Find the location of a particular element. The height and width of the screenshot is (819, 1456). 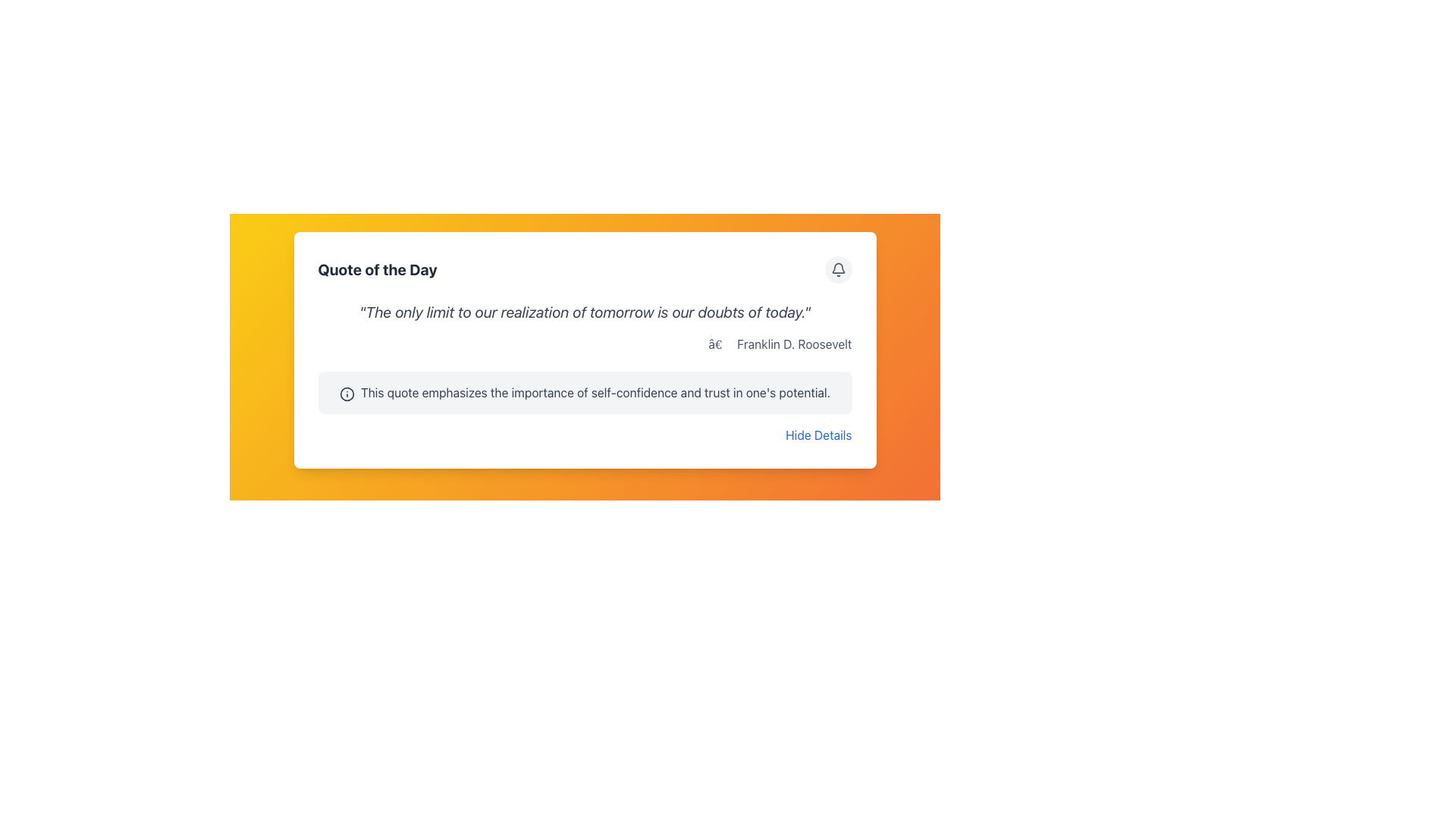

the static text element that reads 'The only limit to our realization of tomorrow is our doubts of today.', which is styled in italic and larger size, located below the title 'Quote of the Day' is located at coordinates (584, 312).